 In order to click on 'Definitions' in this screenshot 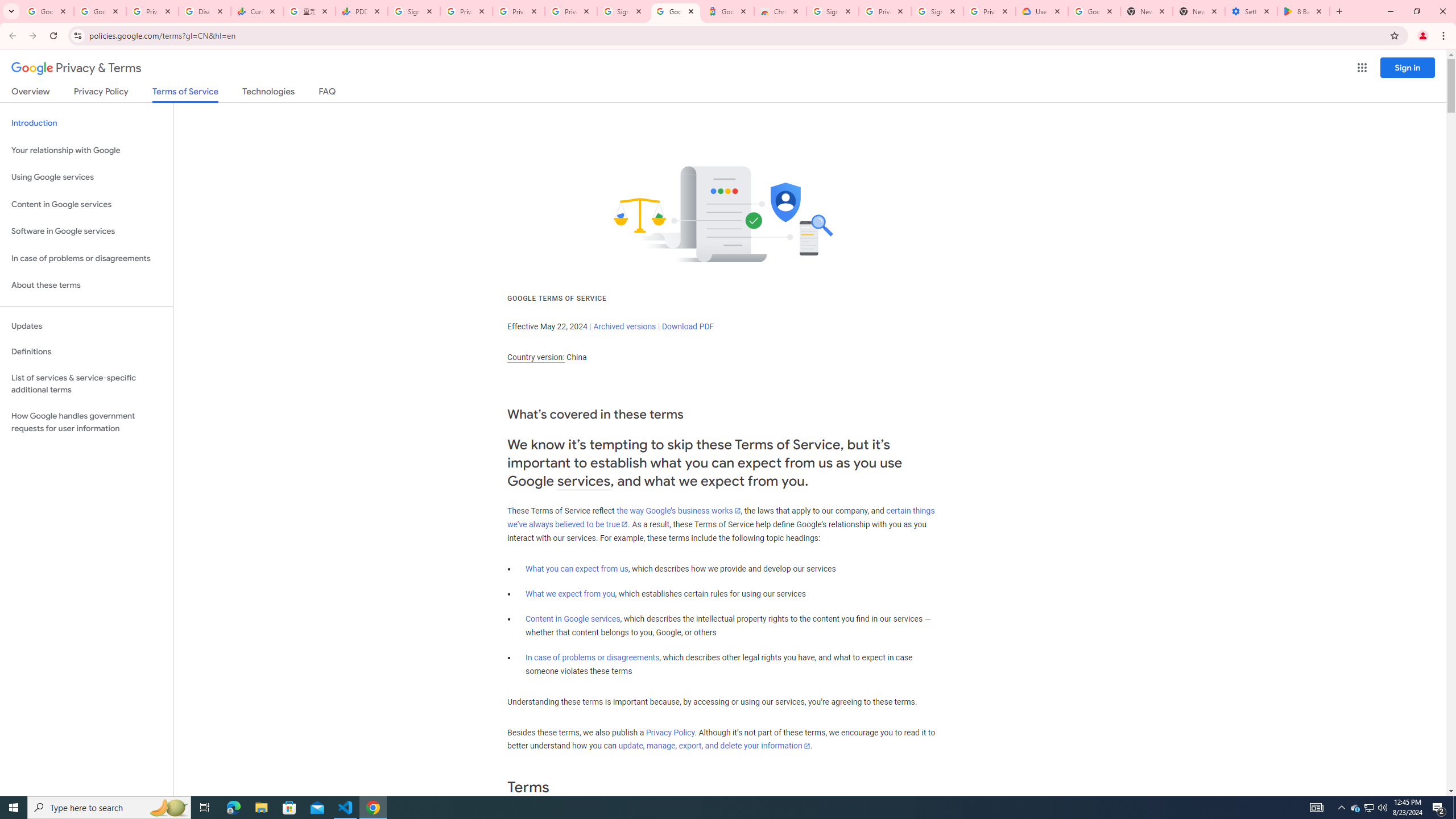, I will do `click(86, 351)`.